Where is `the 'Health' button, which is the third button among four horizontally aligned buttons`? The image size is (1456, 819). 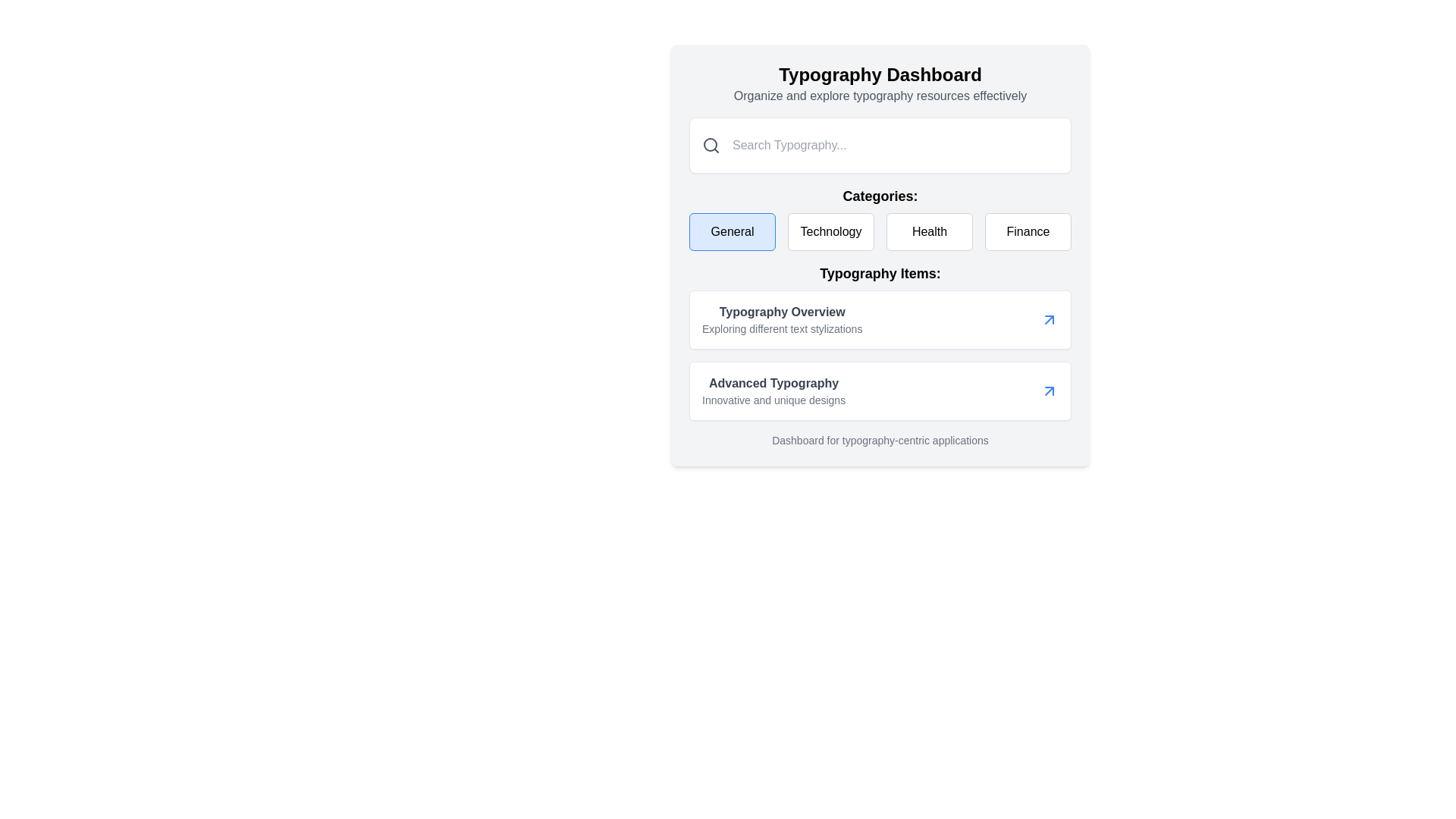
the 'Health' button, which is the third button among four horizontally aligned buttons is located at coordinates (928, 231).